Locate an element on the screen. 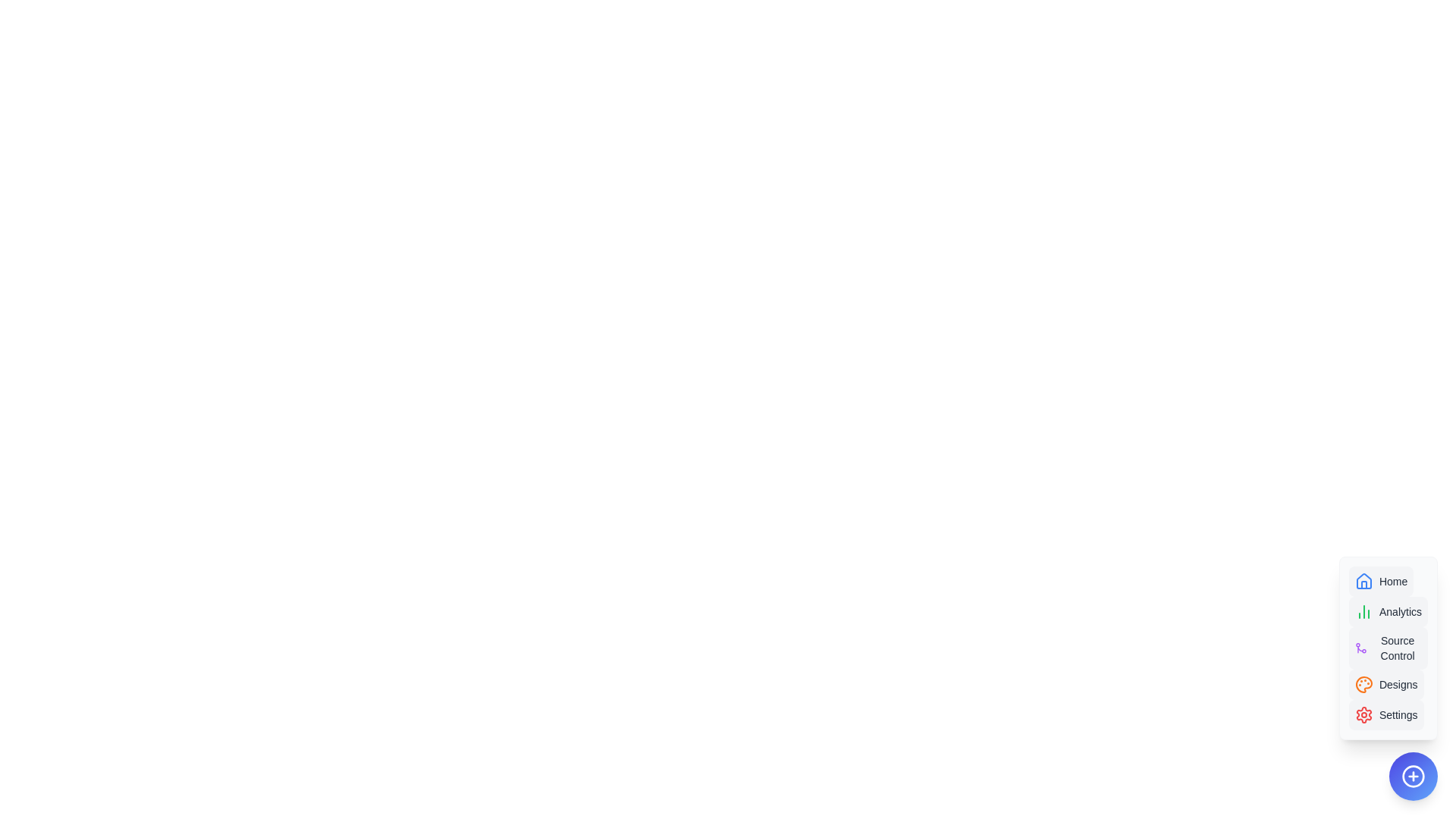 Image resolution: width=1456 pixels, height=819 pixels. the option Home from the speed dial menu is located at coordinates (1381, 581).